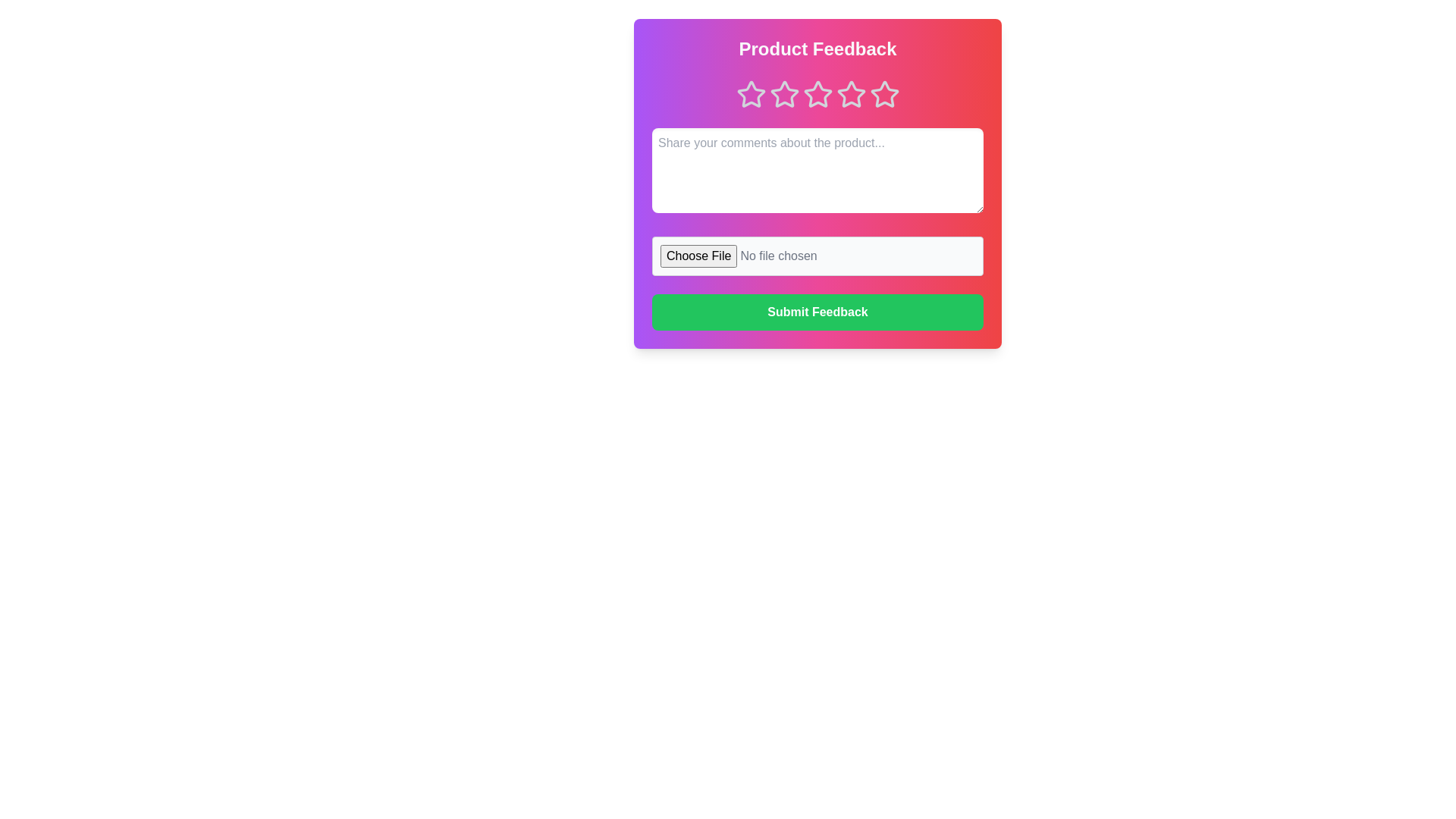 The width and height of the screenshot is (1456, 819). I want to click on the 'Choose File' button in the file input field, so click(817, 256).